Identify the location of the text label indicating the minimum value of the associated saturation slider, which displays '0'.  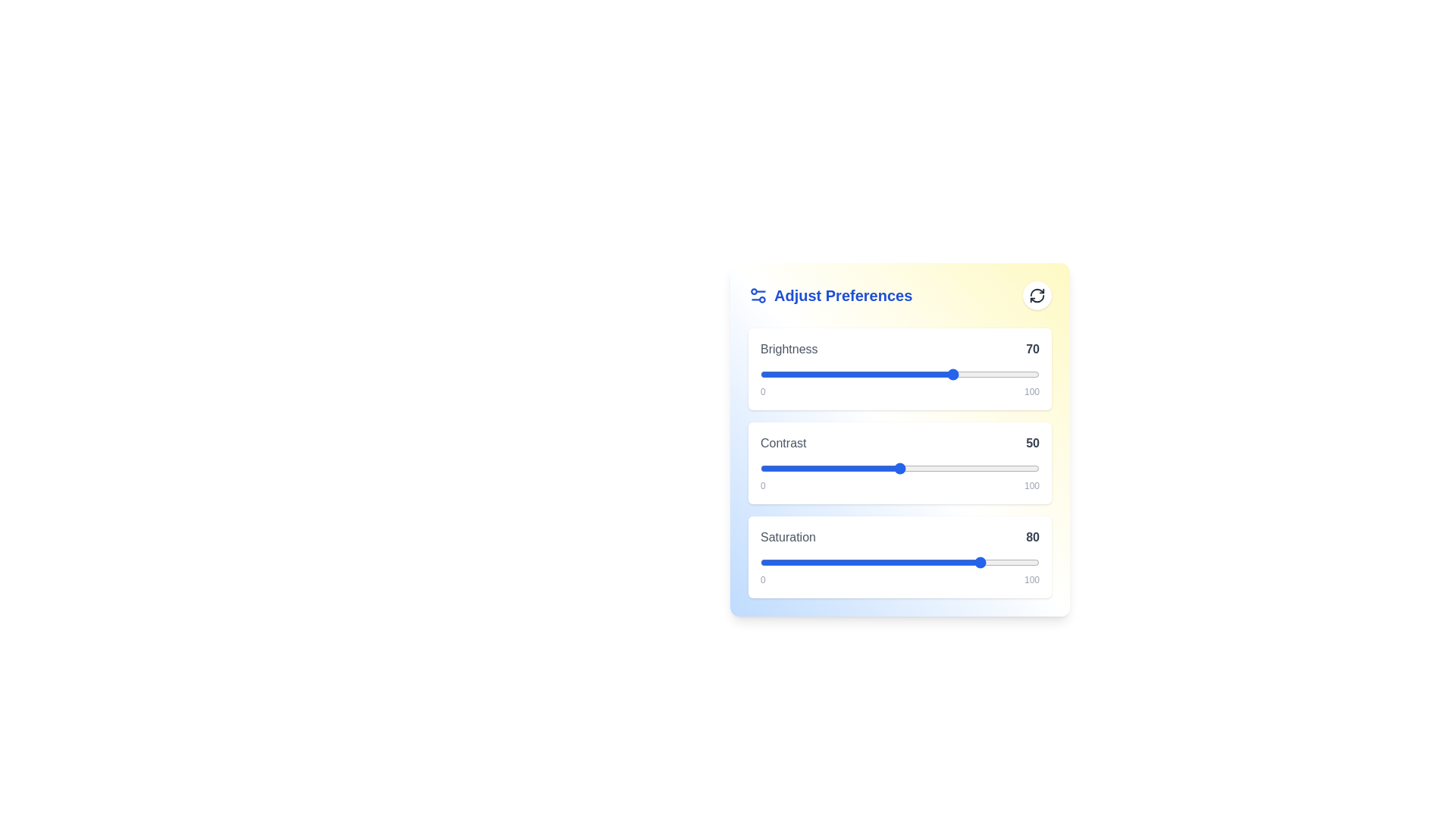
(763, 579).